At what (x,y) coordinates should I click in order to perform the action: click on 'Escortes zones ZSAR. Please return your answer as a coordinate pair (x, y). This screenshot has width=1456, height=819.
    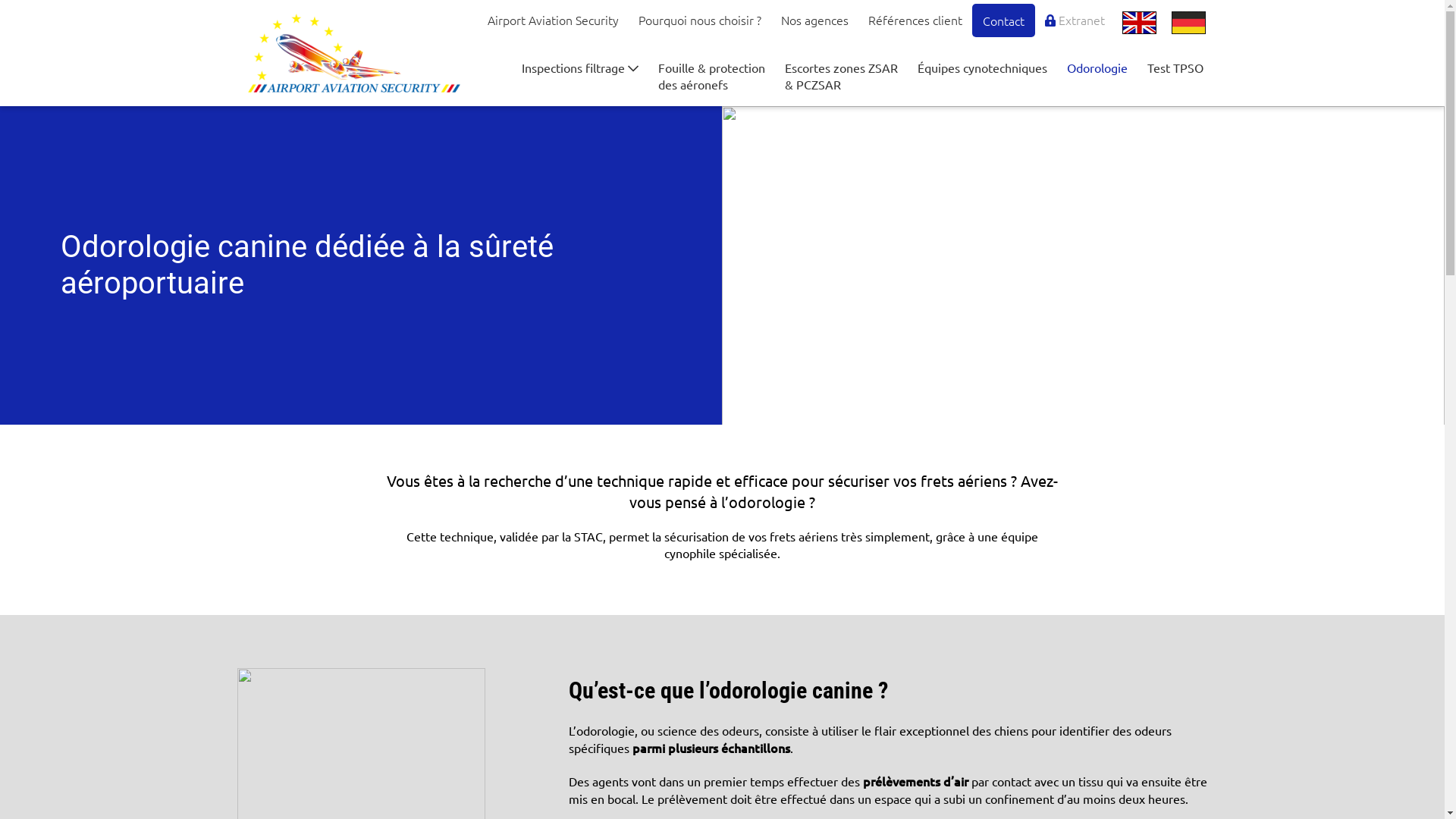
    Looking at the image, I should click on (840, 76).